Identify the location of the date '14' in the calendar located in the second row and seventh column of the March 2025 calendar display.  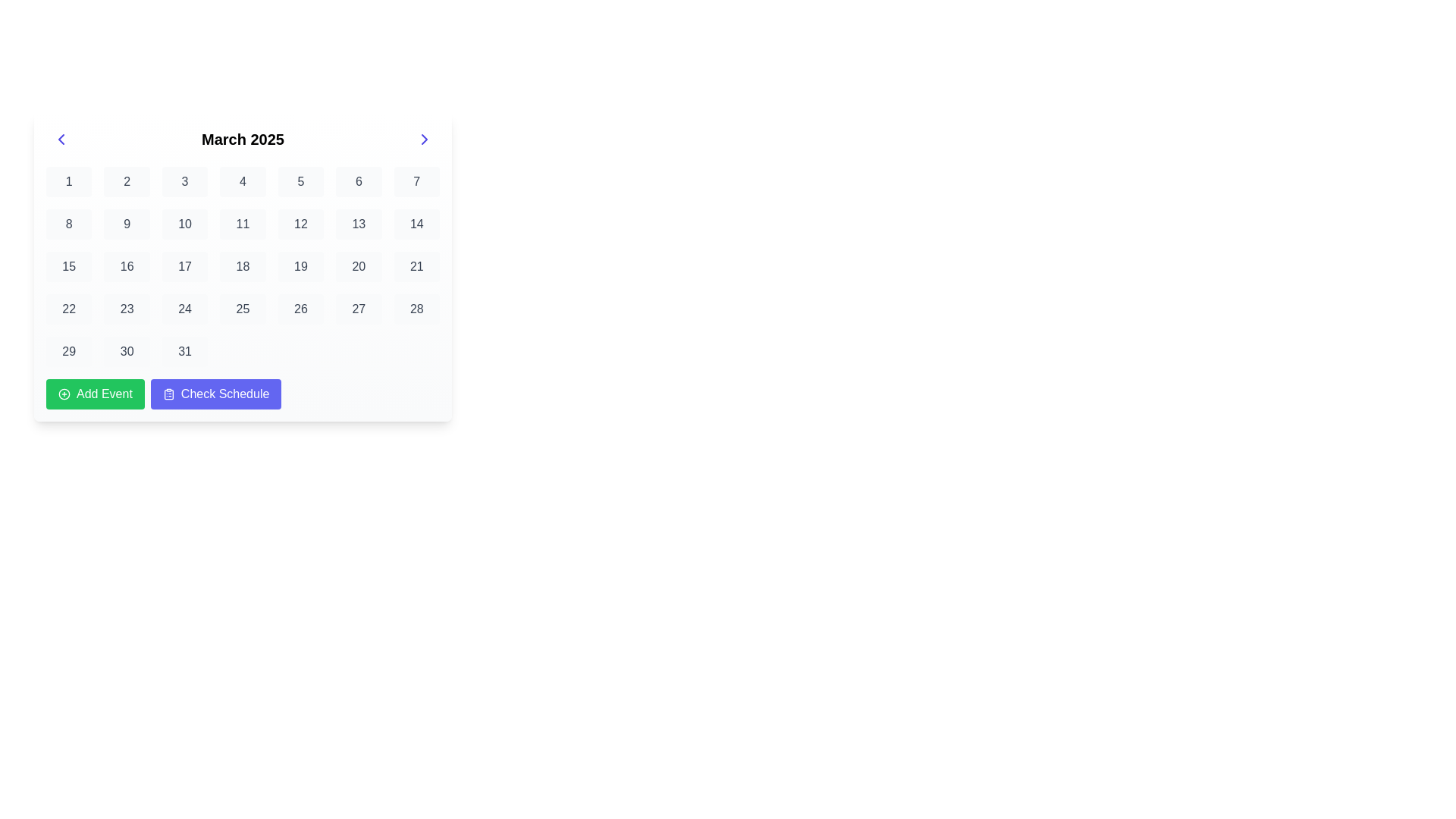
(416, 224).